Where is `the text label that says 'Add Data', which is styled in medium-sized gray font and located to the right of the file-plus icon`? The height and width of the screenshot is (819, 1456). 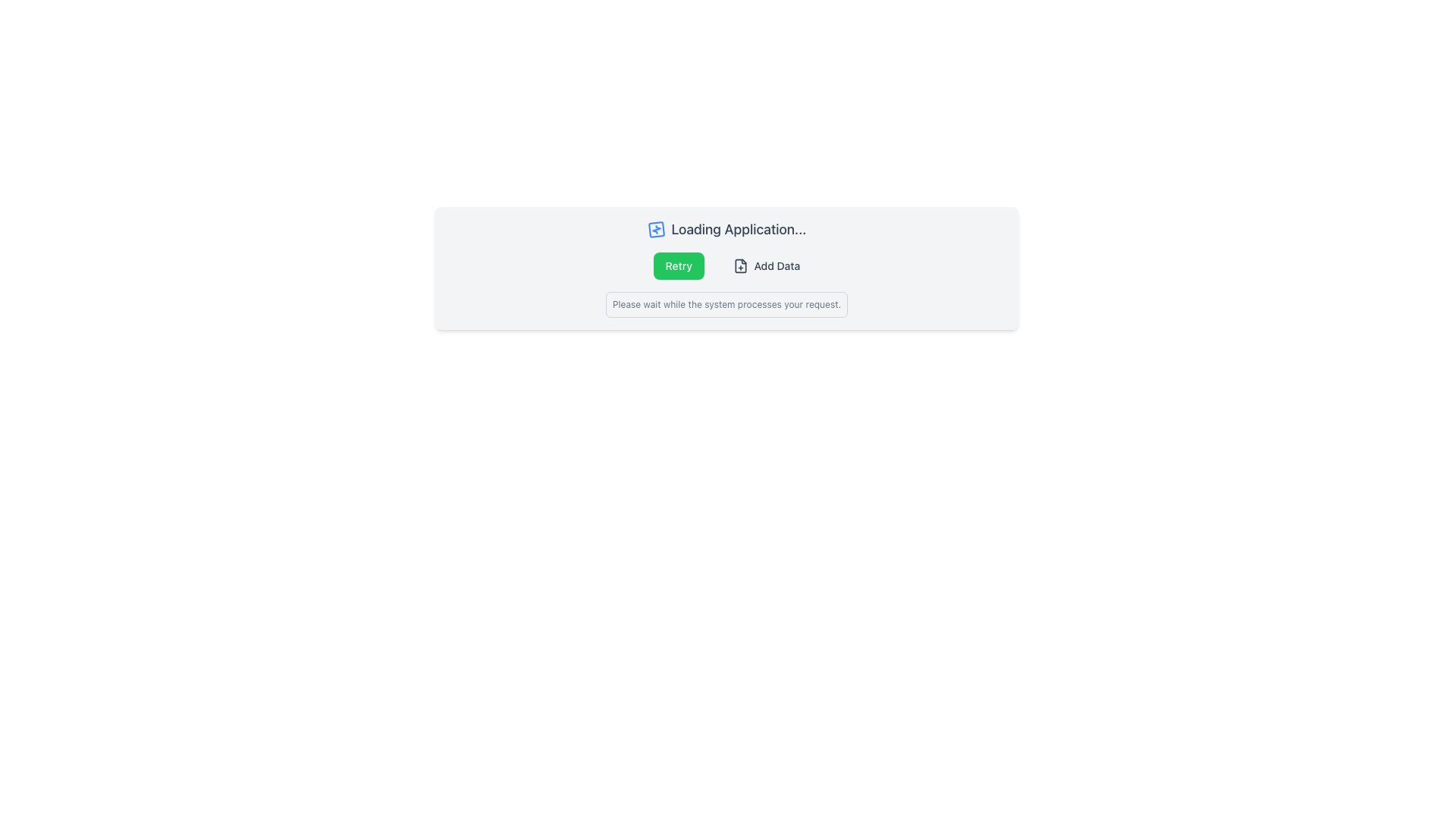 the text label that says 'Add Data', which is styled in medium-sized gray font and located to the right of the file-plus icon is located at coordinates (777, 265).